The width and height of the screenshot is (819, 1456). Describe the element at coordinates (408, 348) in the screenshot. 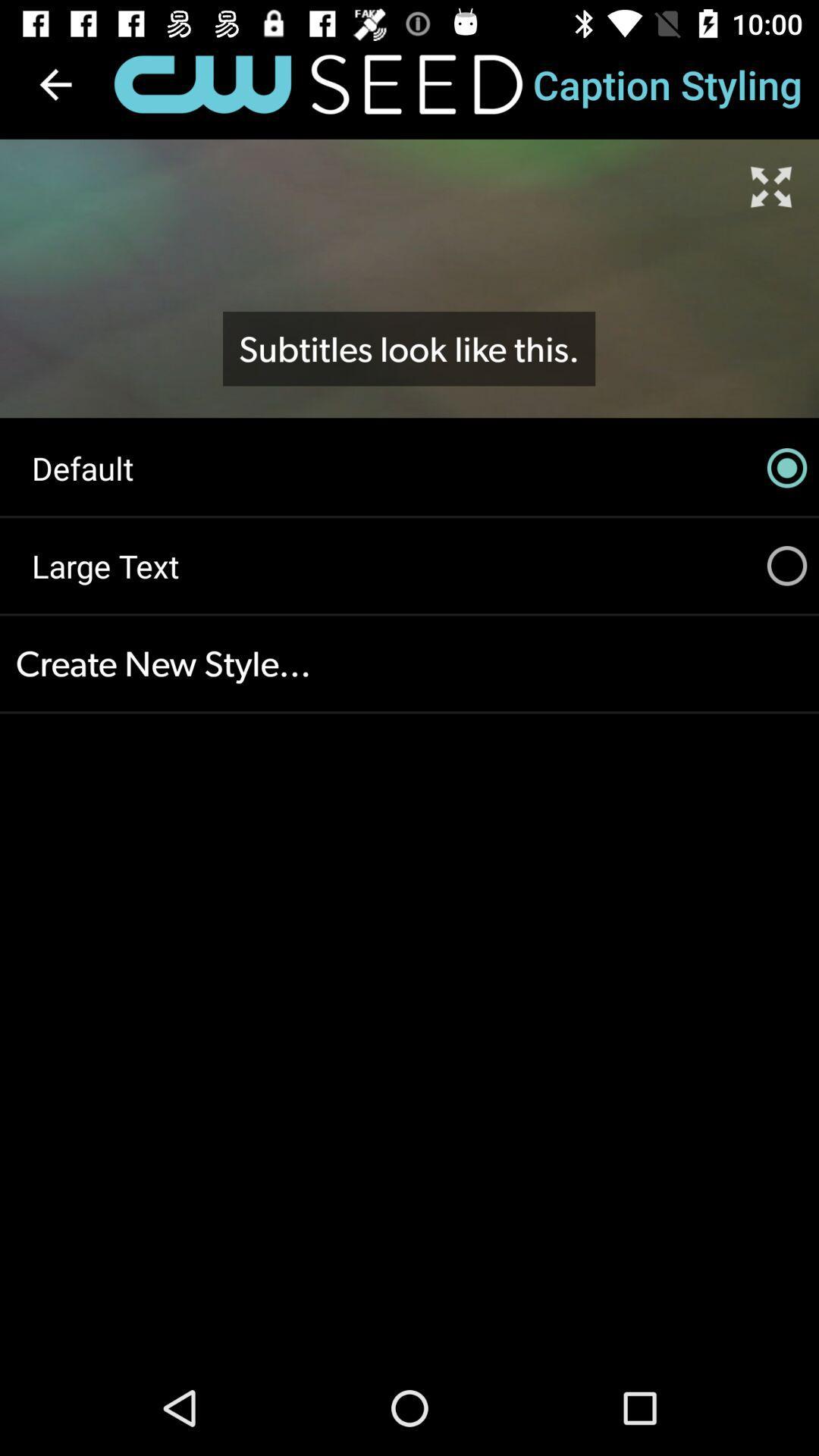

I see `item above the default icon` at that location.